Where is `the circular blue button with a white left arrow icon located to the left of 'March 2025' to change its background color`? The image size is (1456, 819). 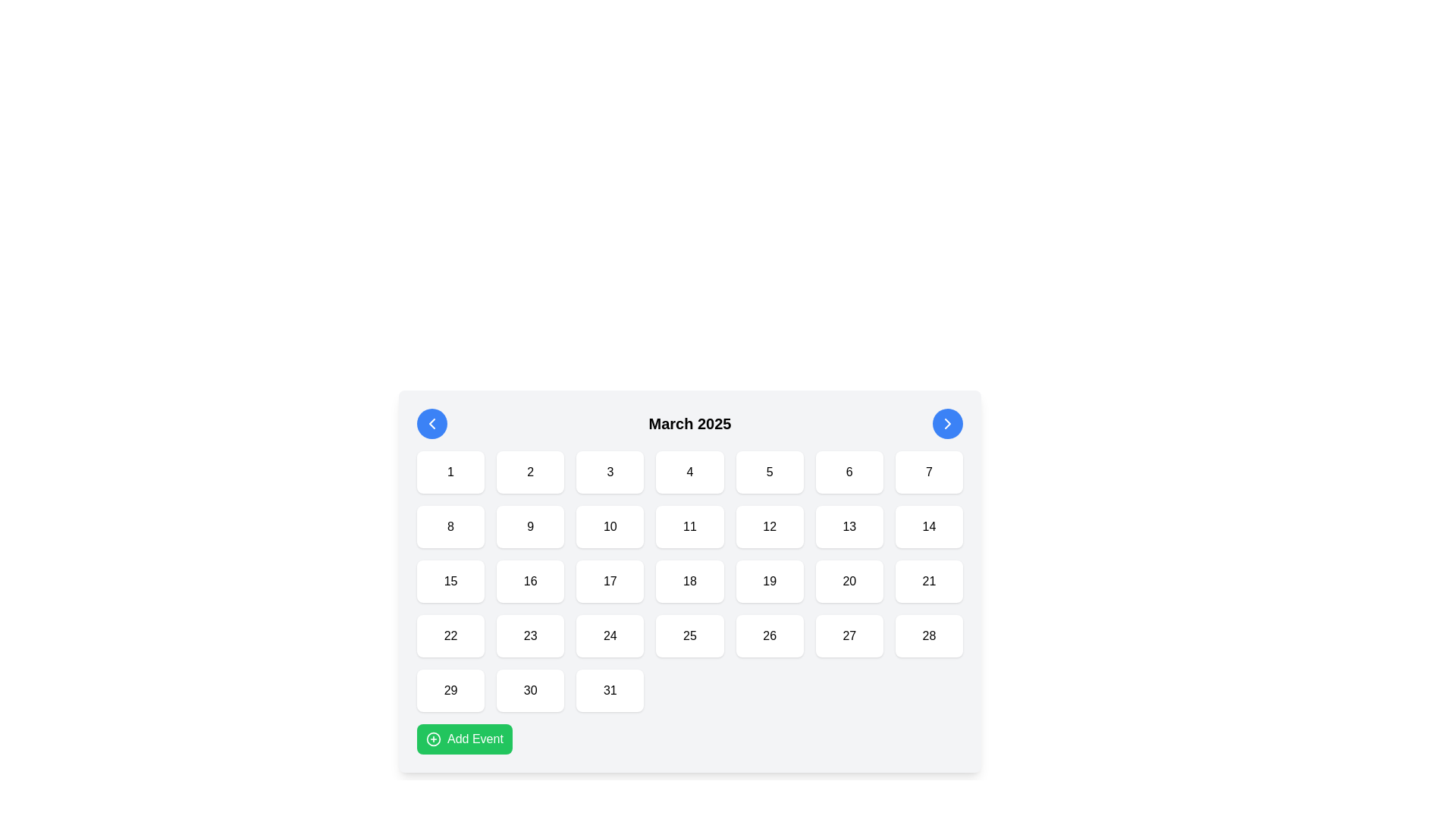 the circular blue button with a white left arrow icon located to the left of 'March 2025' to change its background color is located at coordinates (431, 424).